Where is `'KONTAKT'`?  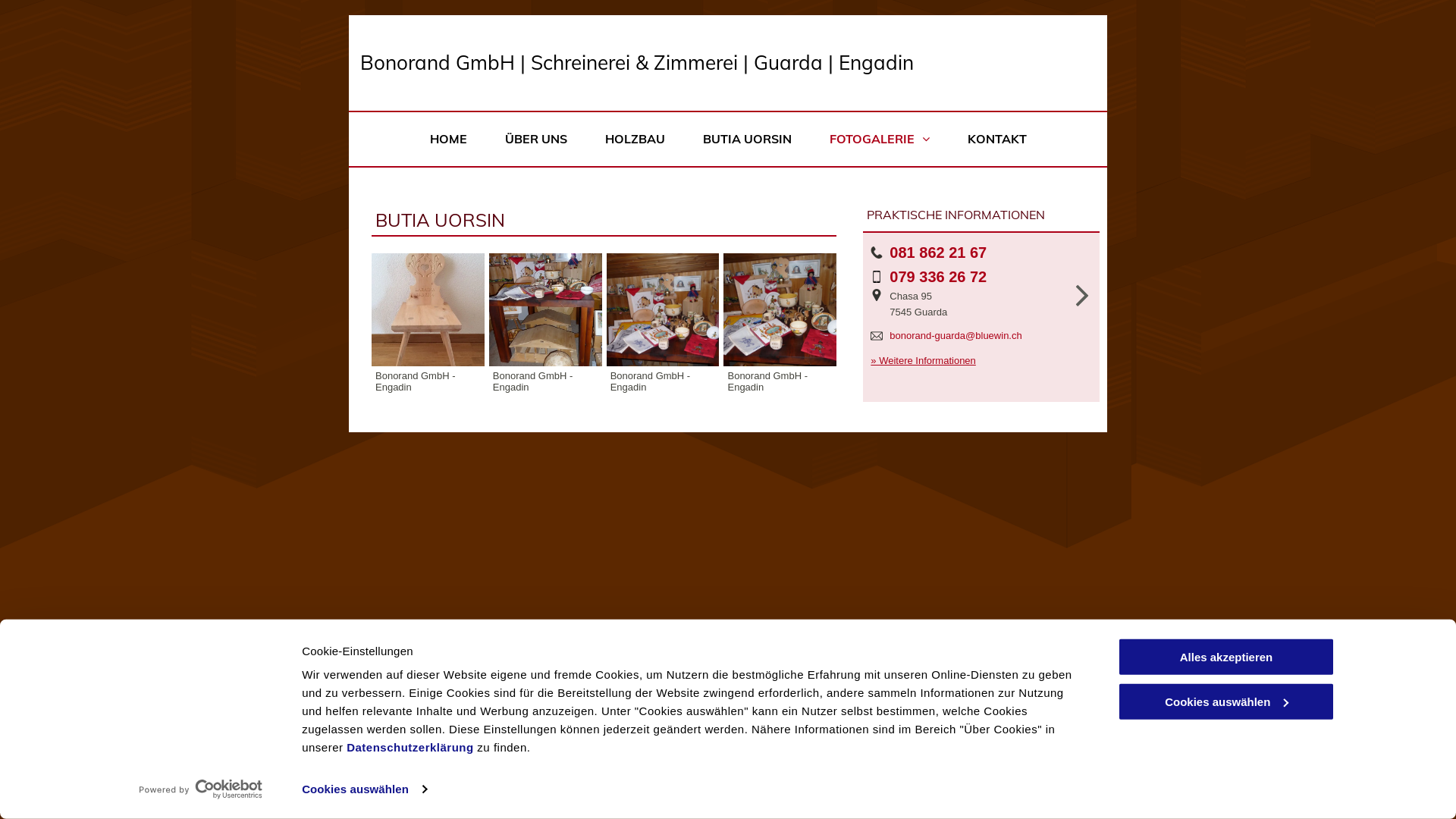 'KONTAKT' is located at coordinates (946, 139).